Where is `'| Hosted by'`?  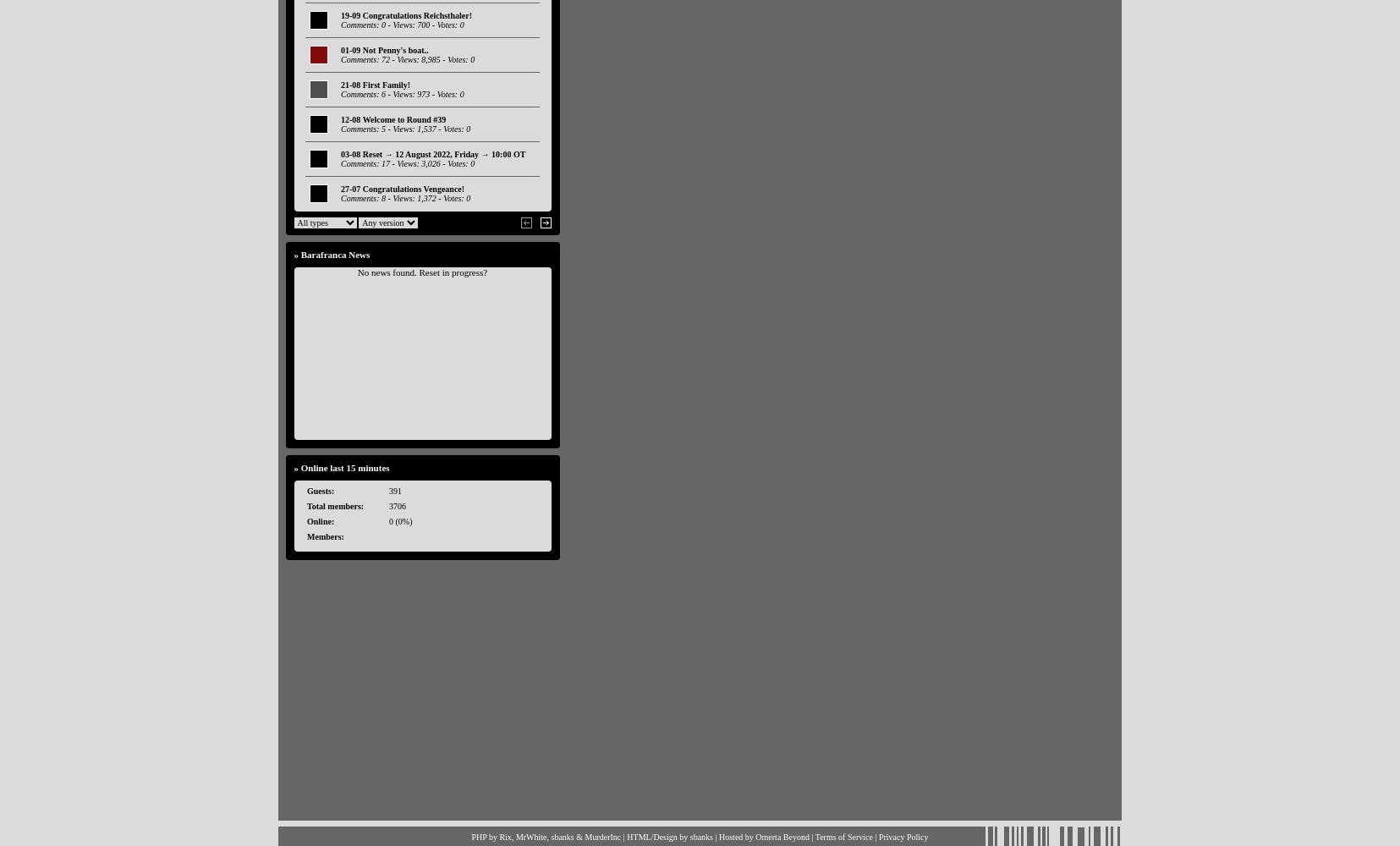 '| Hosted by' is located at coordinates (713, 835).